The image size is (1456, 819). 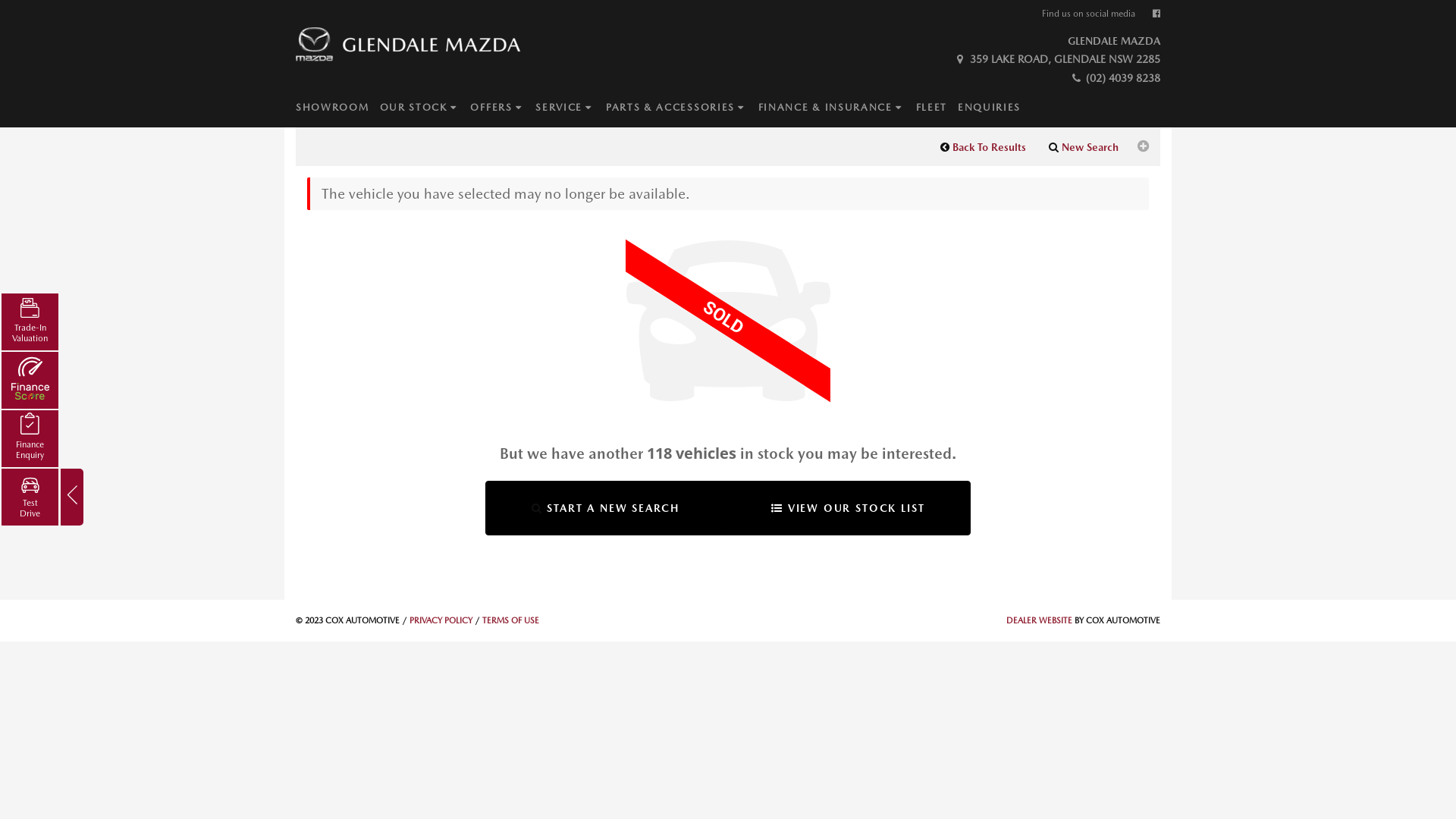 I want to click on 'ENQUIRIES', so click(x=994, y=107).